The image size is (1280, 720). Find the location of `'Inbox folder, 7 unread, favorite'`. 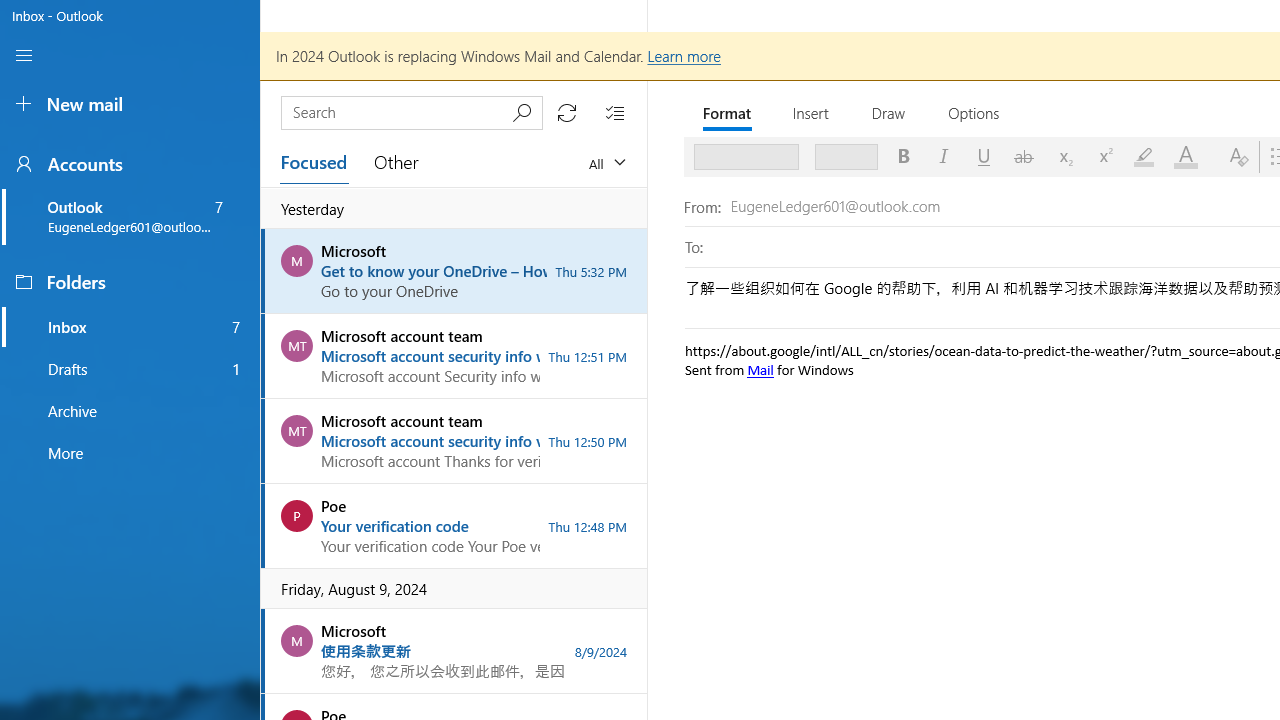

'Inbox folder, 7 unread, favorite' is located at coordinates (128, 325).